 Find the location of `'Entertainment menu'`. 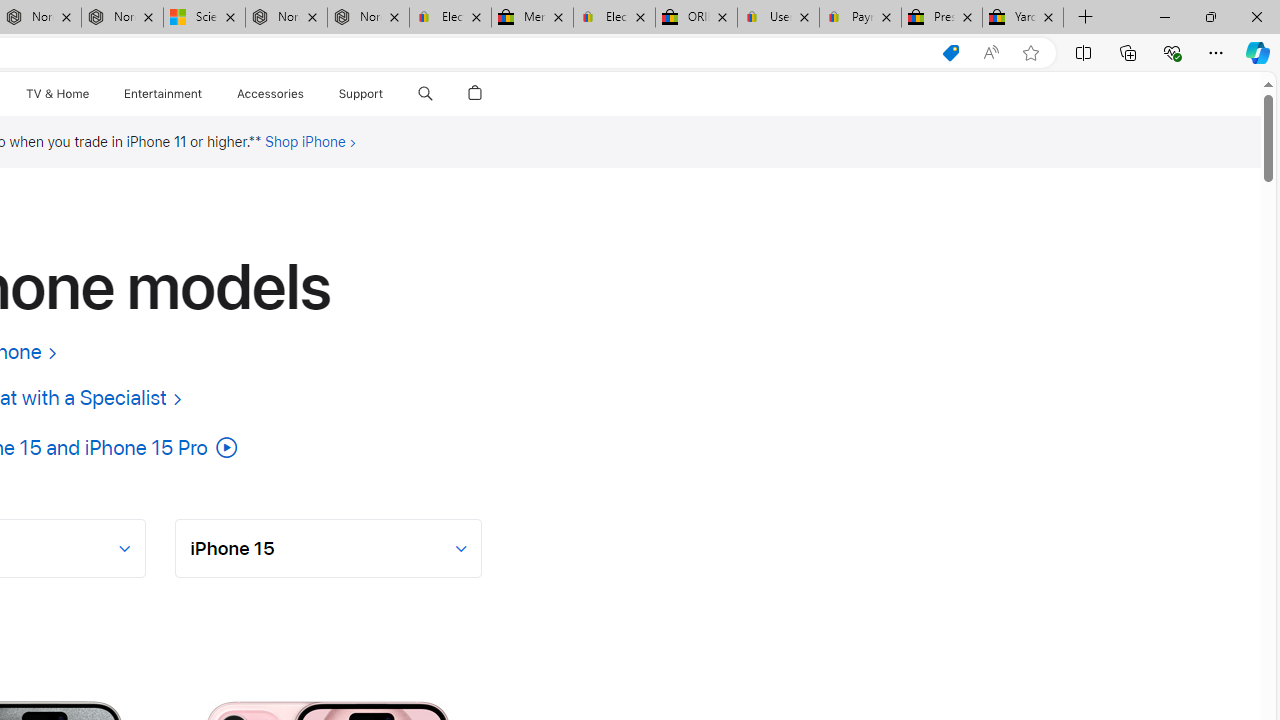

'Entertainment menu' is located at coordinates (206, 93).